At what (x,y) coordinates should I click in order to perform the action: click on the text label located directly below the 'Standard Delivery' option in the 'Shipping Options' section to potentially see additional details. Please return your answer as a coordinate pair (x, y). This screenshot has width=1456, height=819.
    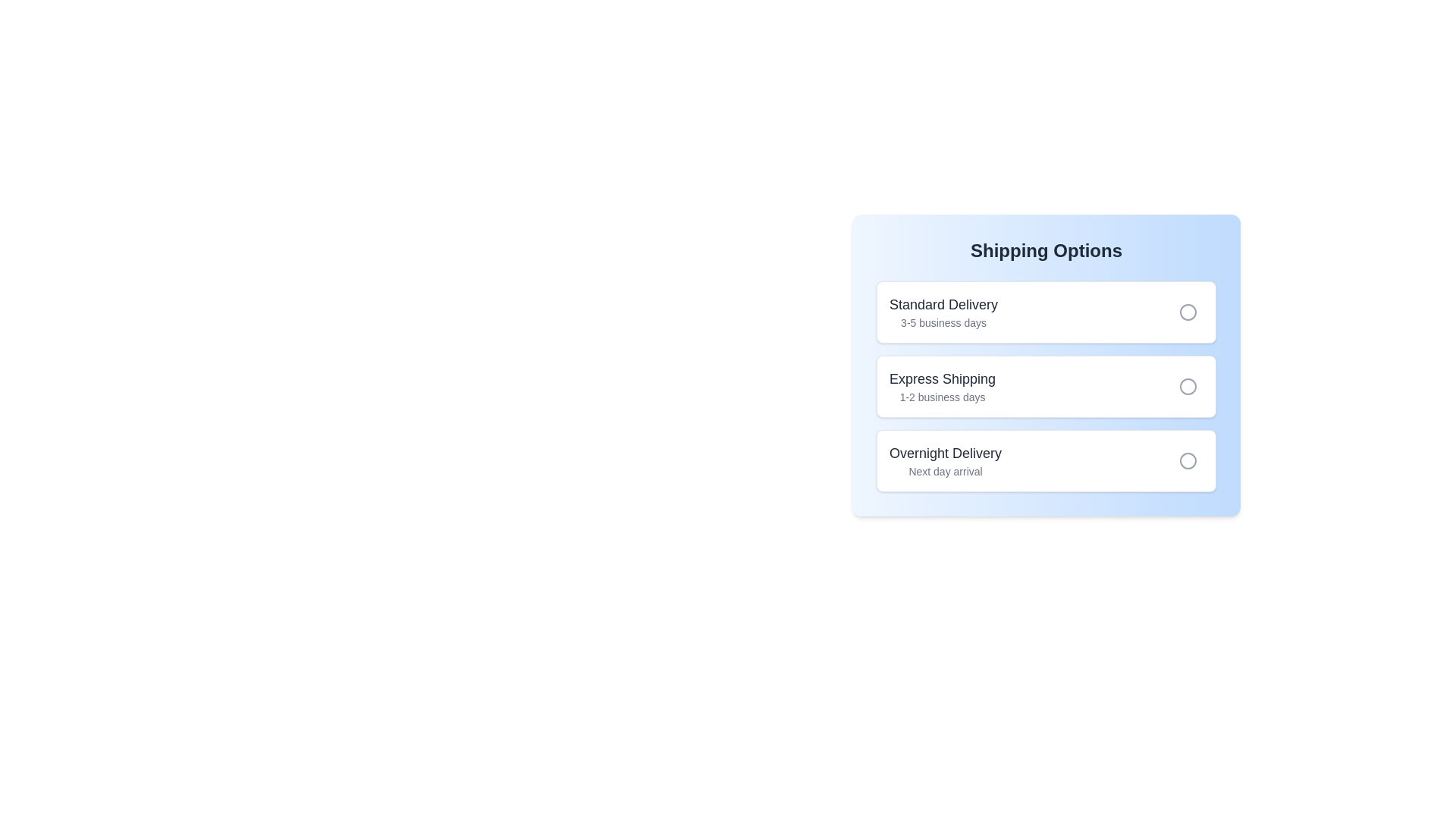
    Looking at the image, I should click on (943, 322).